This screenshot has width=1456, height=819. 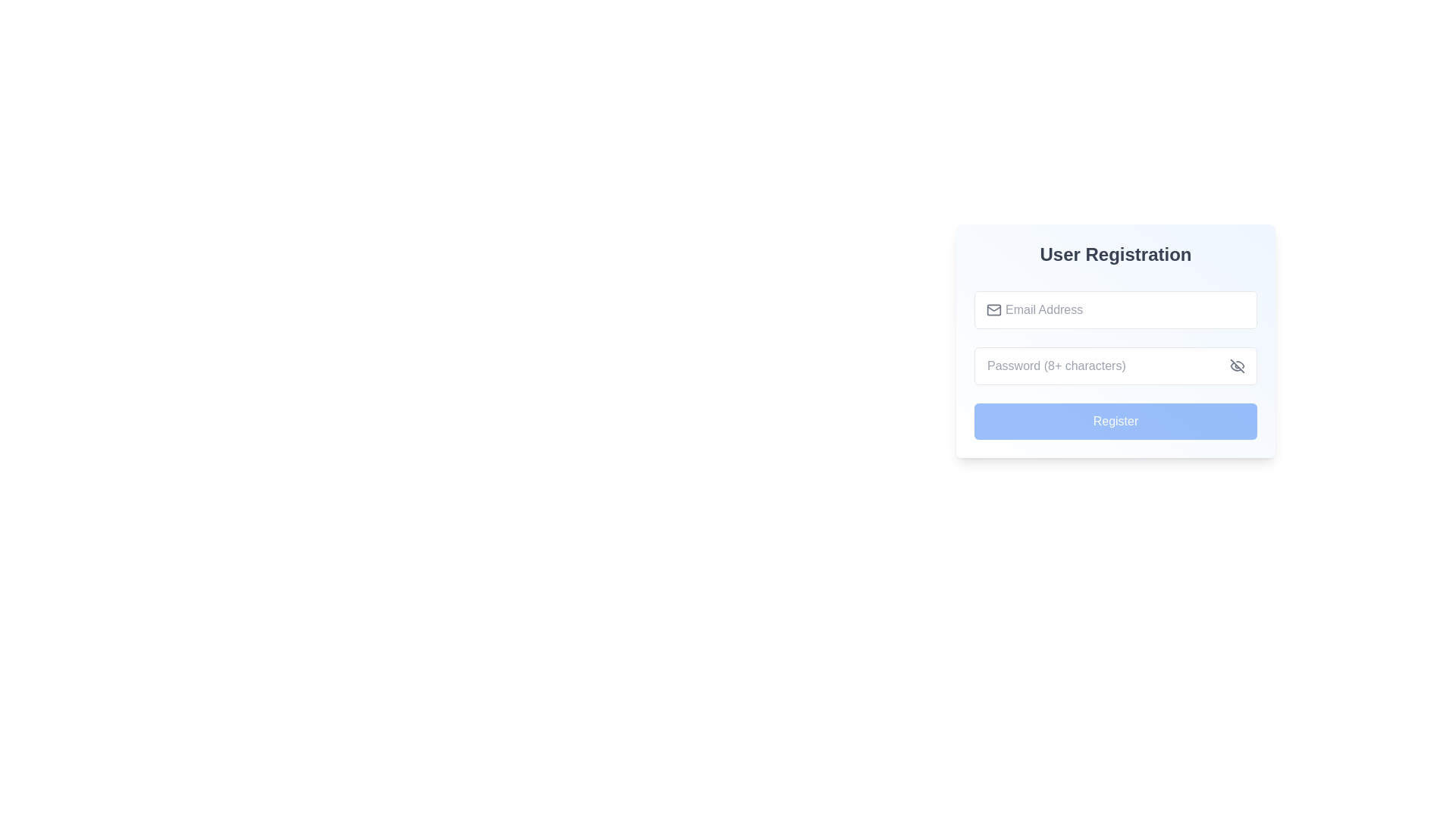 I want to click on the envelope icon in the email input field within the User Registration form, so click(x=993, y=309).